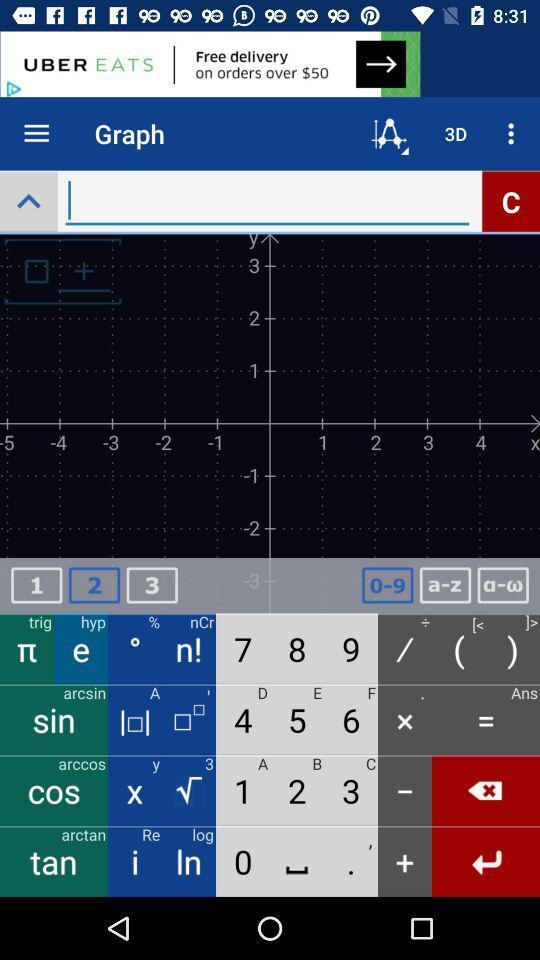 This screenshot has height=960, width=540. What do you see at coordinates (151, 585) in the screenshot?
I see `numeric box option` at bounding box center [151, 585].